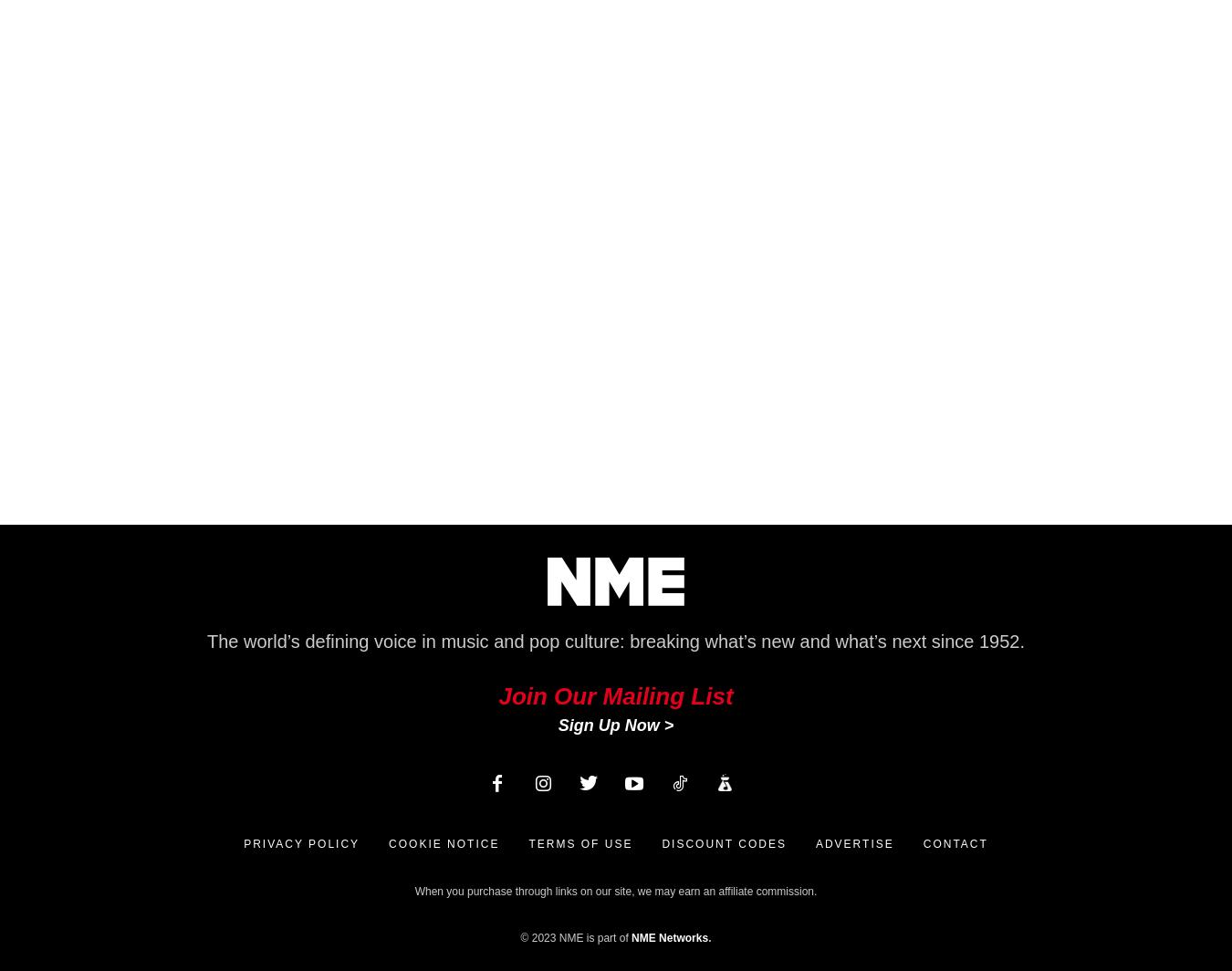 The height and width of the screenshot is (971, 1232). Describe the element at coordinates (615, 891) in the screenshot. I see `'When you purchase through links on our site, we may earn an affiliate commission.'` at that location.